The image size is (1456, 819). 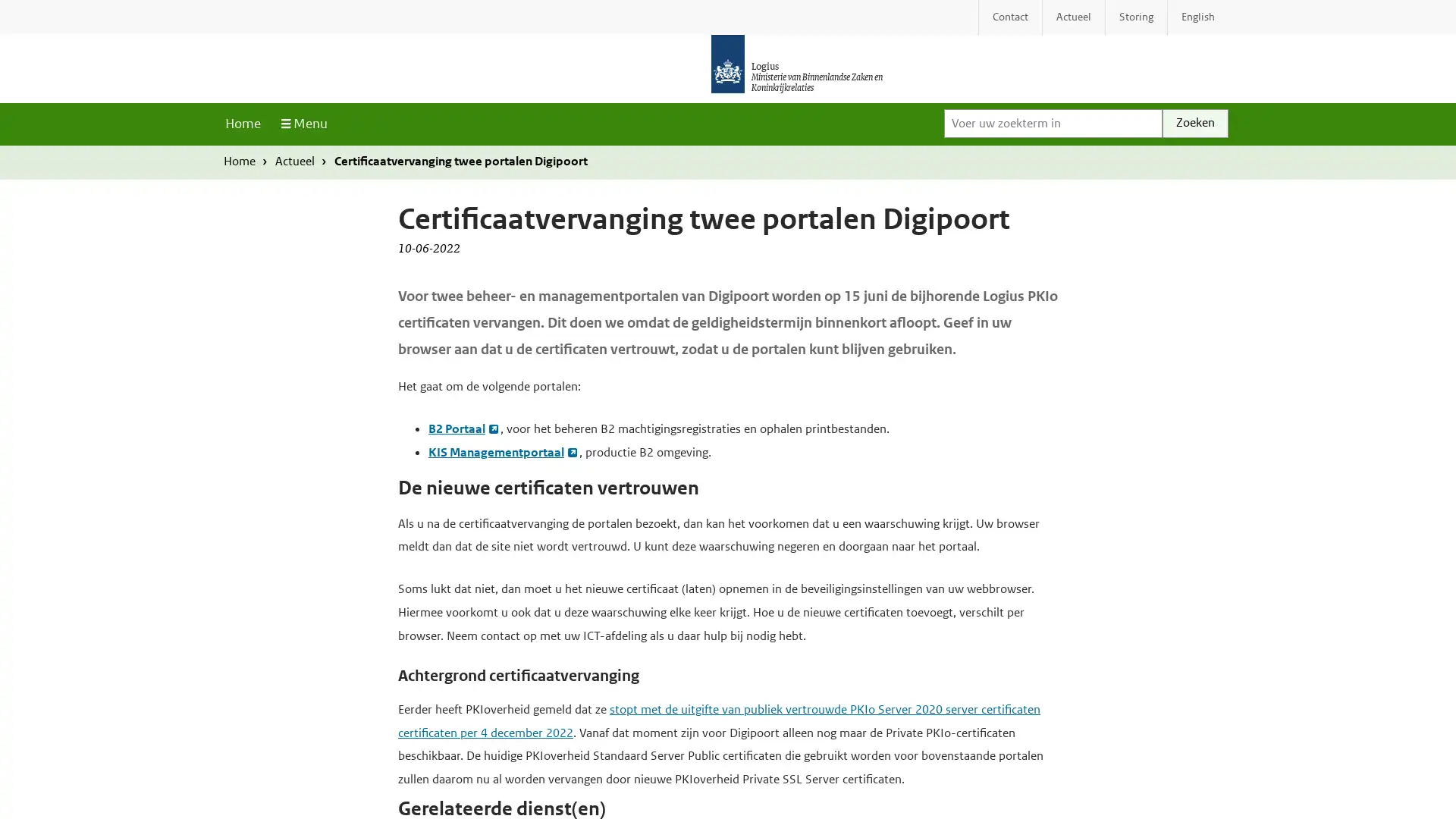 What do you see at coordinates (1194, 122) in the screenshot?
I see `Zoeken` at bounding box center [1194, 122].